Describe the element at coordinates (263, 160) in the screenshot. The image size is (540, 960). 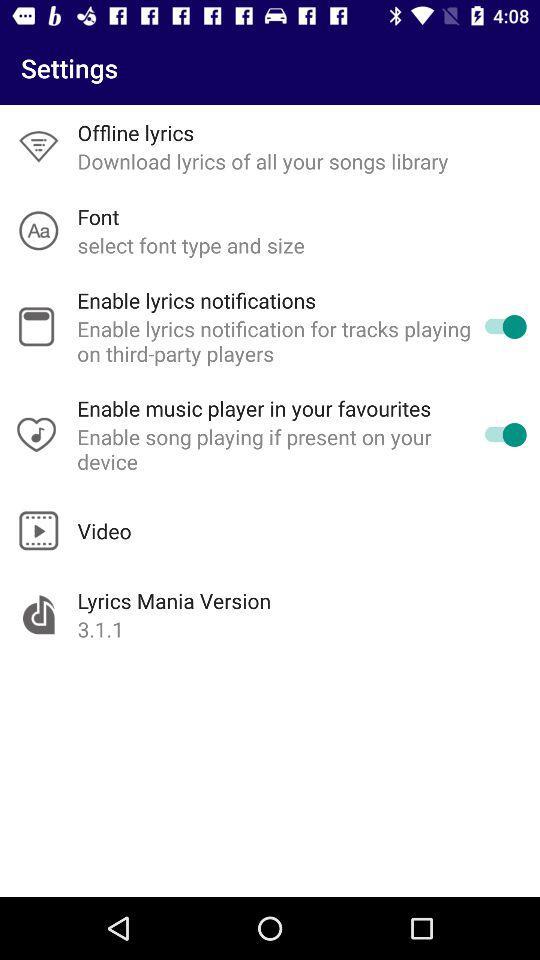
I see `the icon above font app` at that location.